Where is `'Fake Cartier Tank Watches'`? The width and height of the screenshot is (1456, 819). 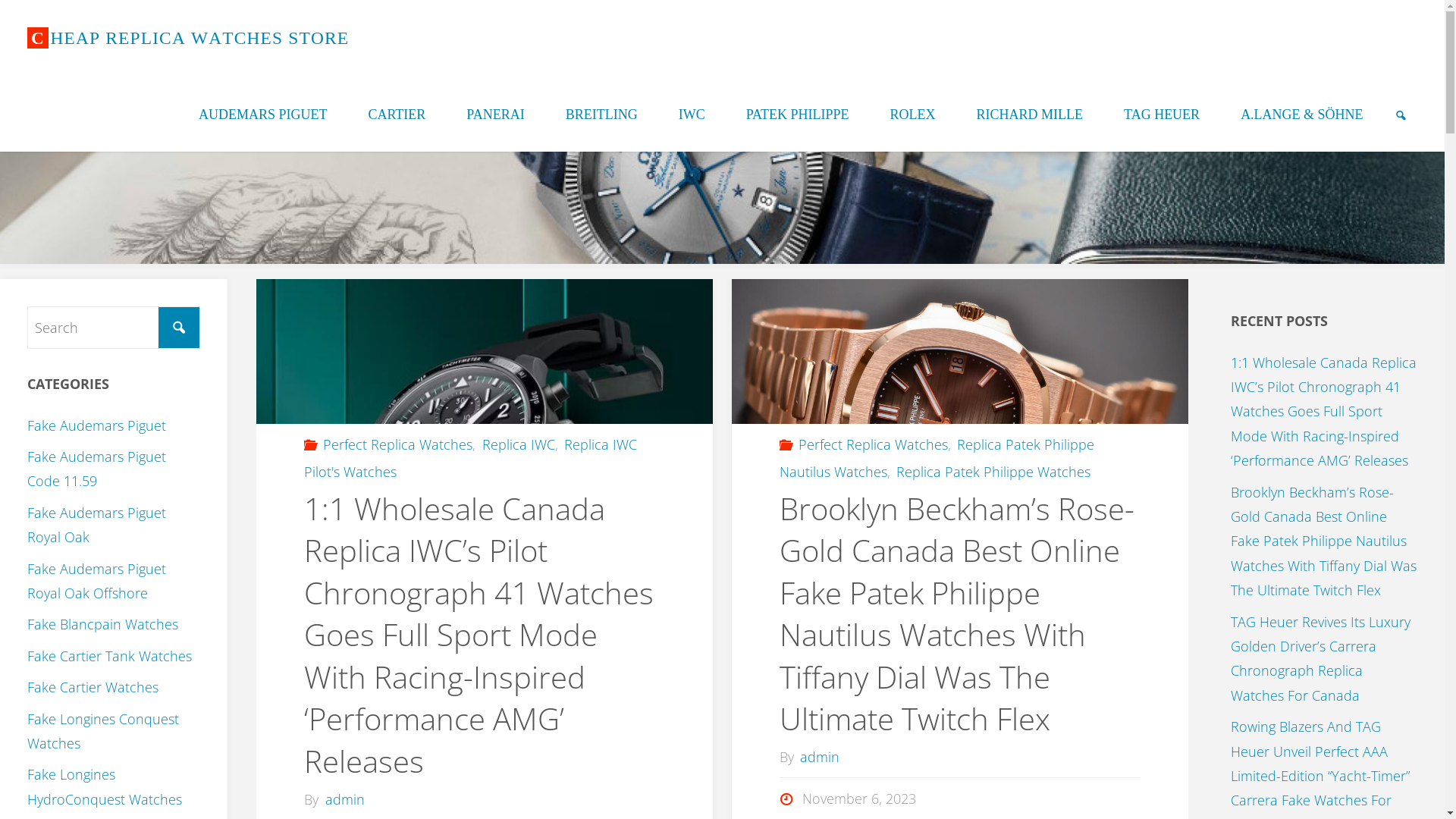
'Fake Cartier Tank Watches' is located at coordinates (108, 654).